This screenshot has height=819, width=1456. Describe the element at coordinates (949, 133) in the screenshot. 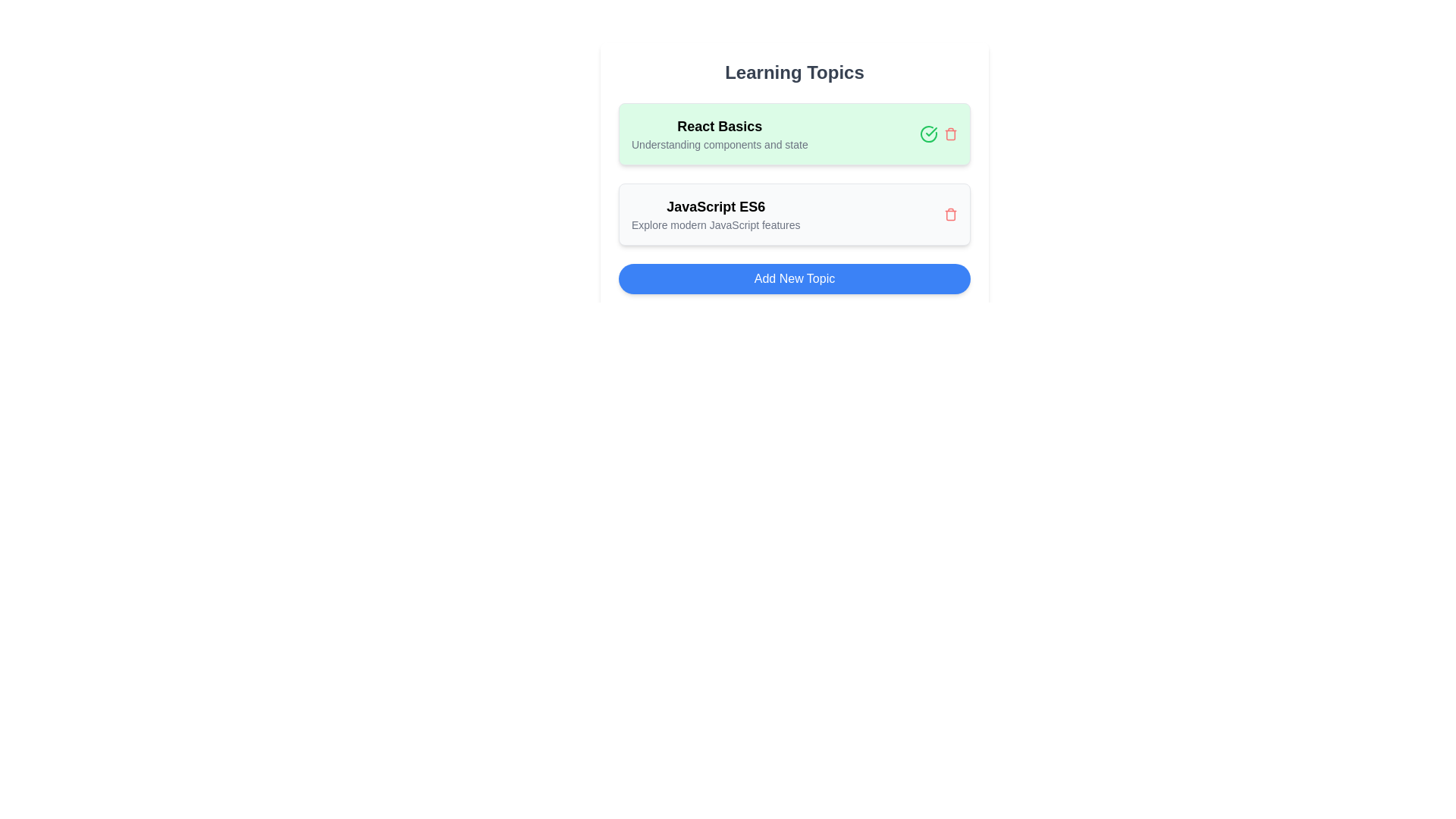

I see `the trash icon to delete the topic titled 'React Basics'` at that location.